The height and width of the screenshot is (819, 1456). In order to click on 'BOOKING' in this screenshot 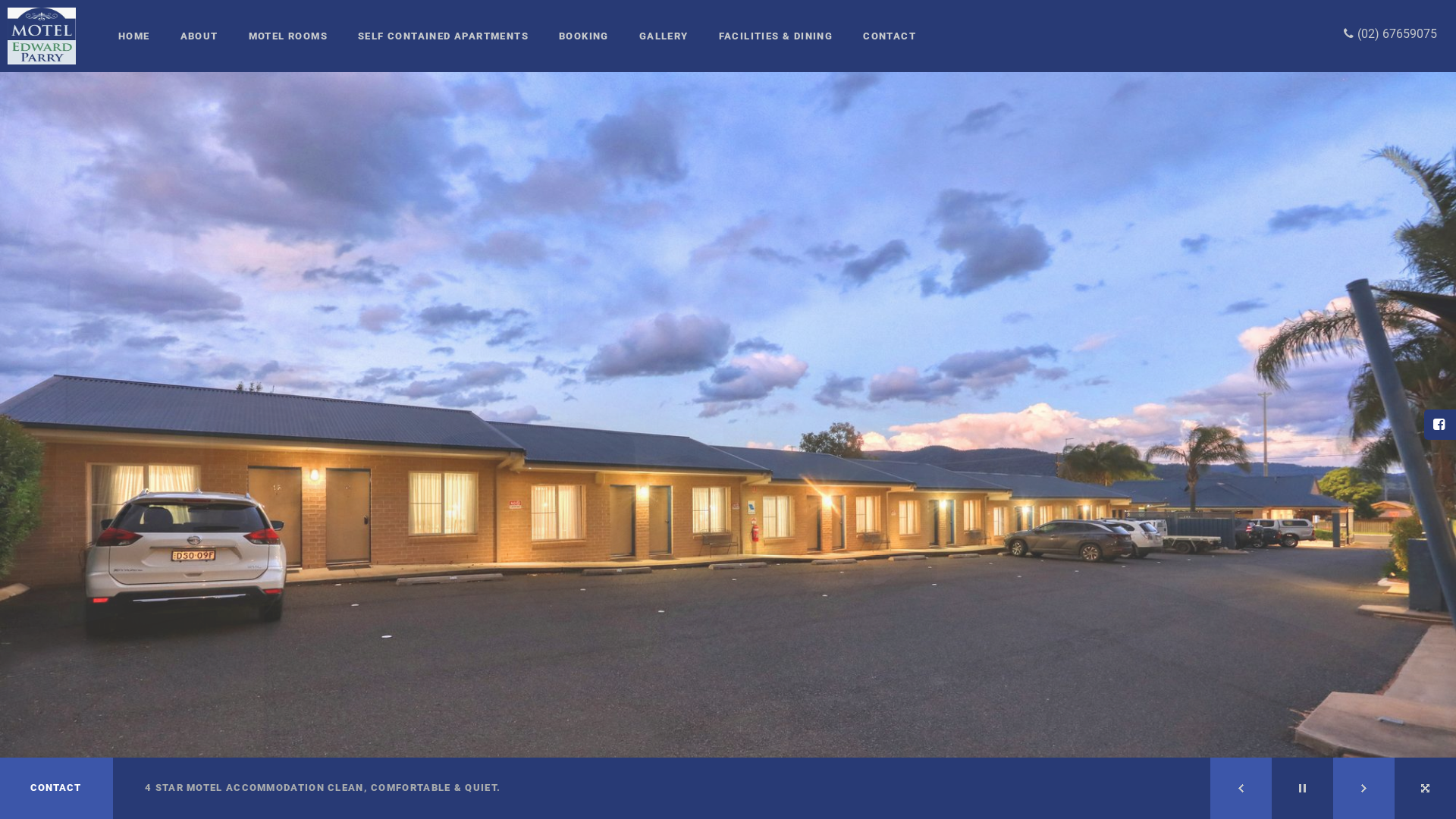, I will do `click(582, 35)`.